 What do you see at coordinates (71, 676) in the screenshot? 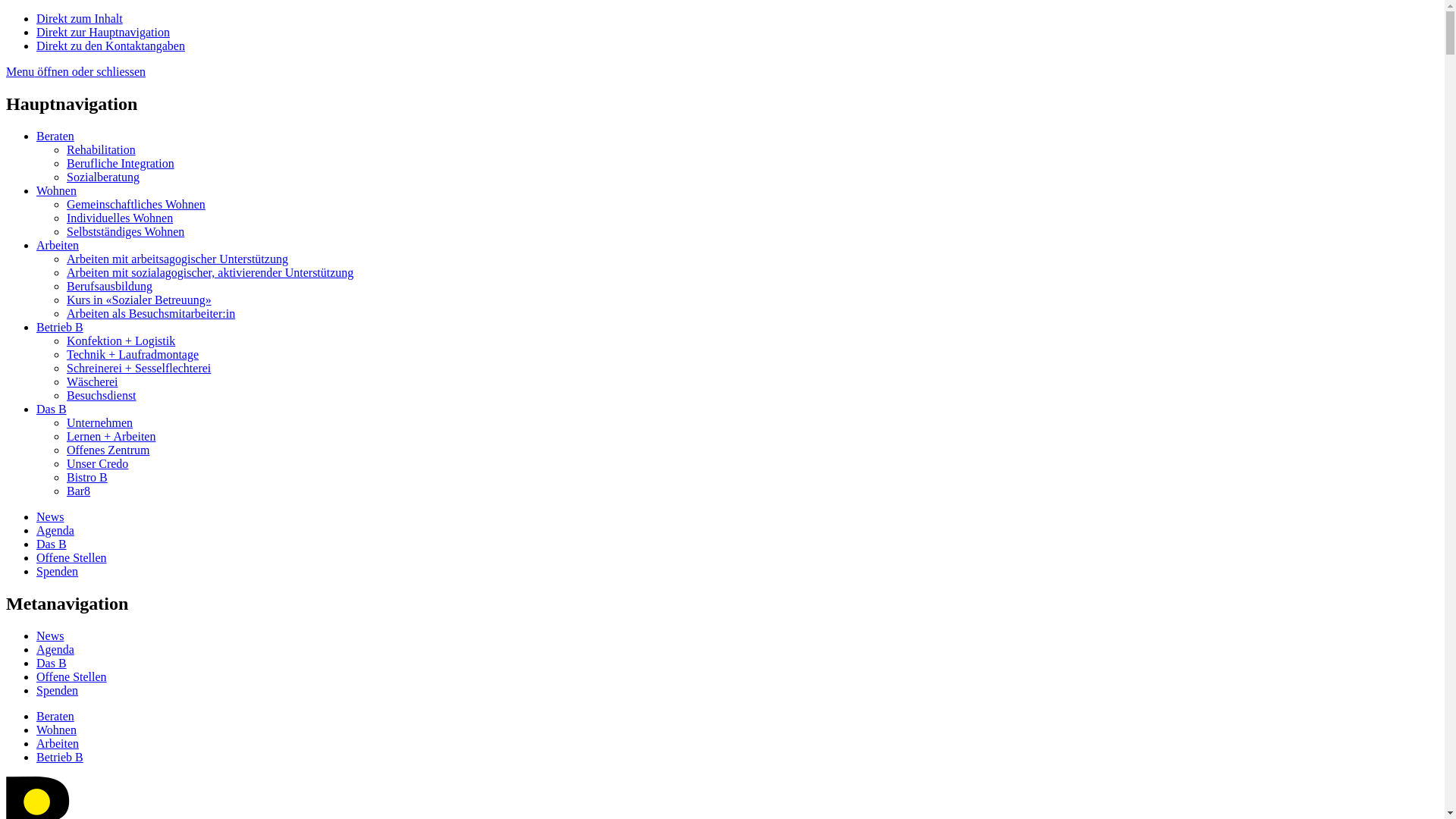
I see `'Offene Stellen'` at bounding box center [71, 676].